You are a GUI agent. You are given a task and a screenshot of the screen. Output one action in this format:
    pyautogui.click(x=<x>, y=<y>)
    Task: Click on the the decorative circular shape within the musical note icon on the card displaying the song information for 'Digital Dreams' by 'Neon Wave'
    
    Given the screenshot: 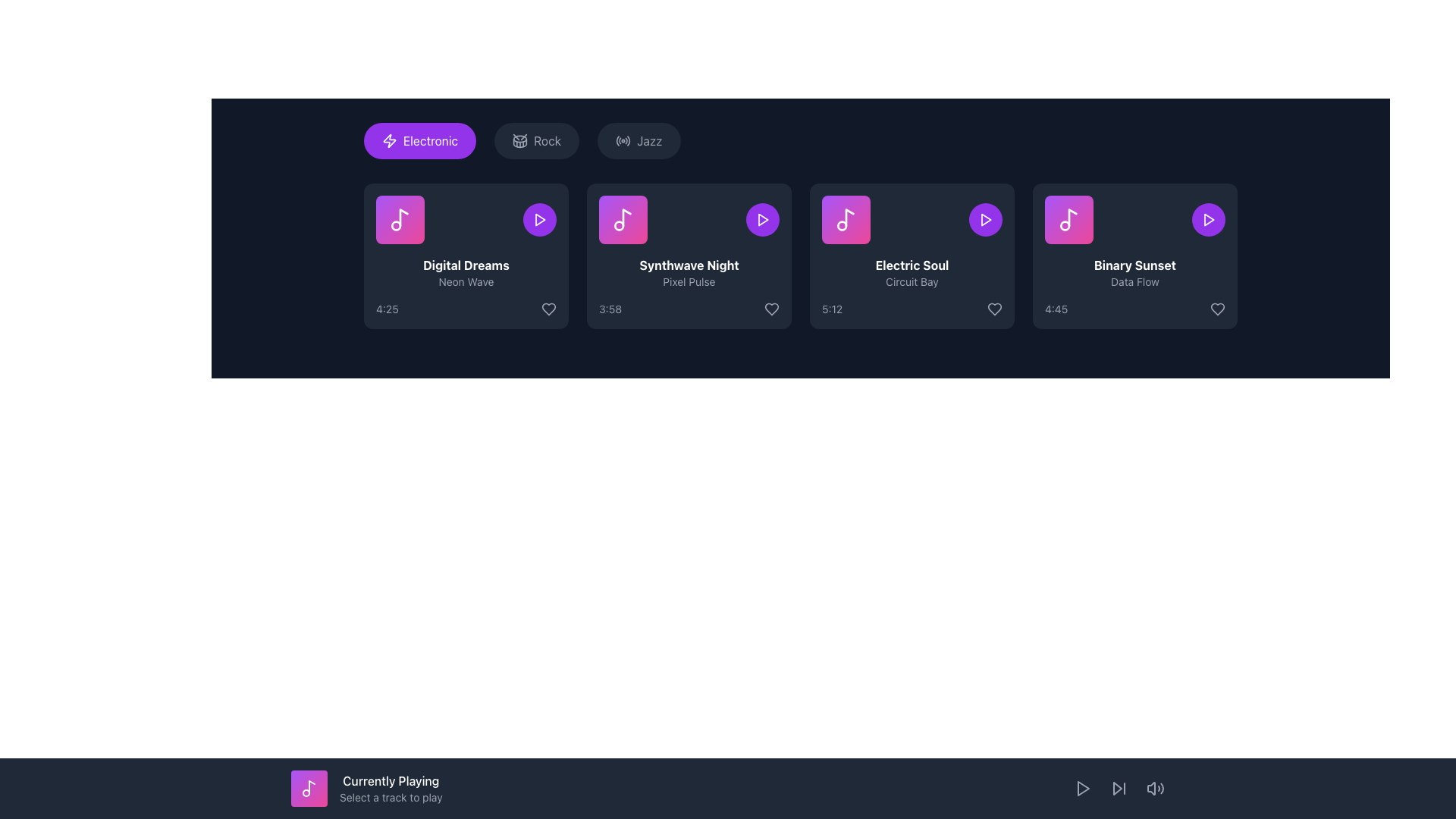 What is the action you would take?
    pyautogui.click(x=396, y=225)
    